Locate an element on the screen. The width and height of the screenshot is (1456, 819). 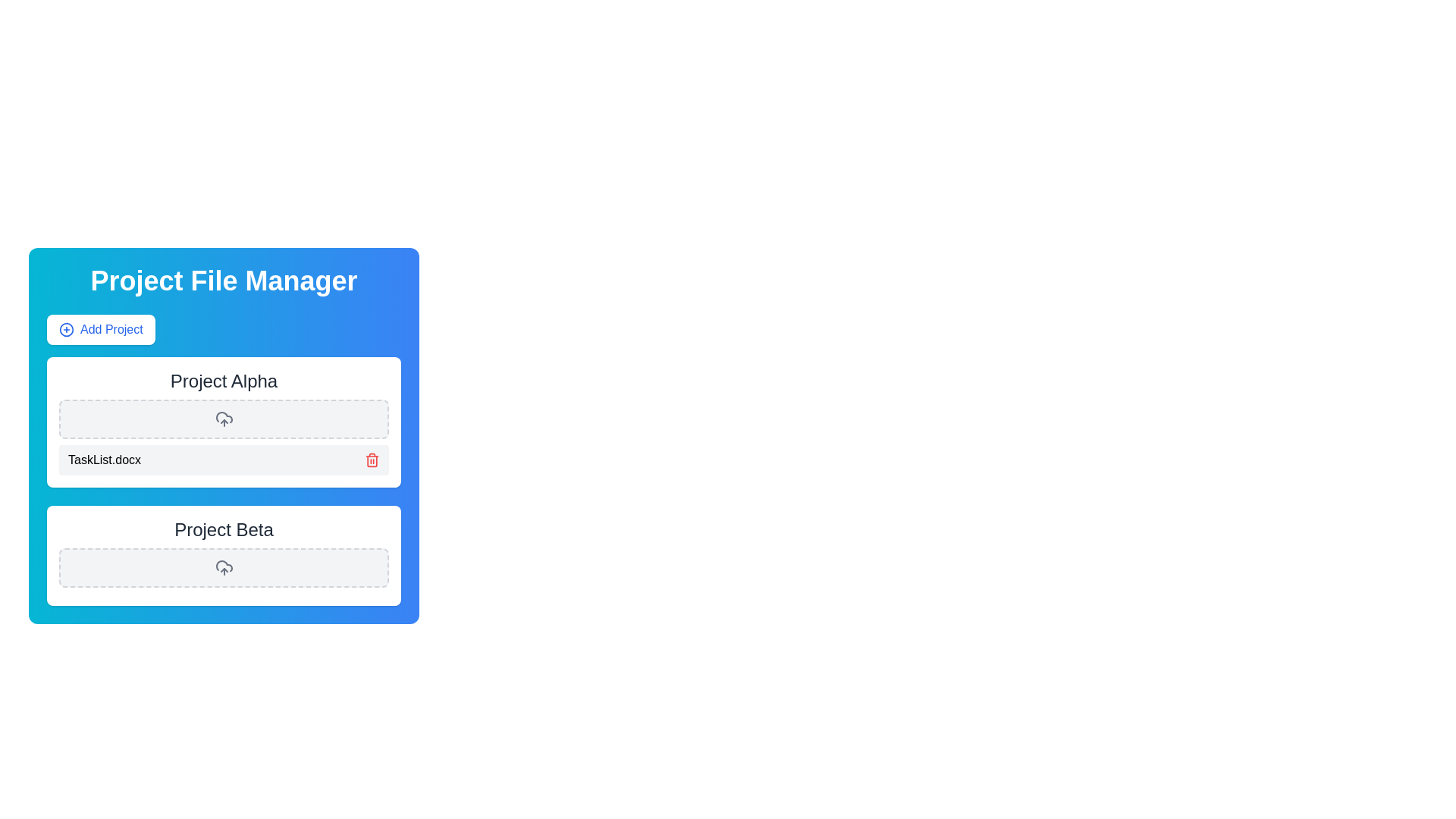
the 'Add Project' button is located at coordinates (100, 329).